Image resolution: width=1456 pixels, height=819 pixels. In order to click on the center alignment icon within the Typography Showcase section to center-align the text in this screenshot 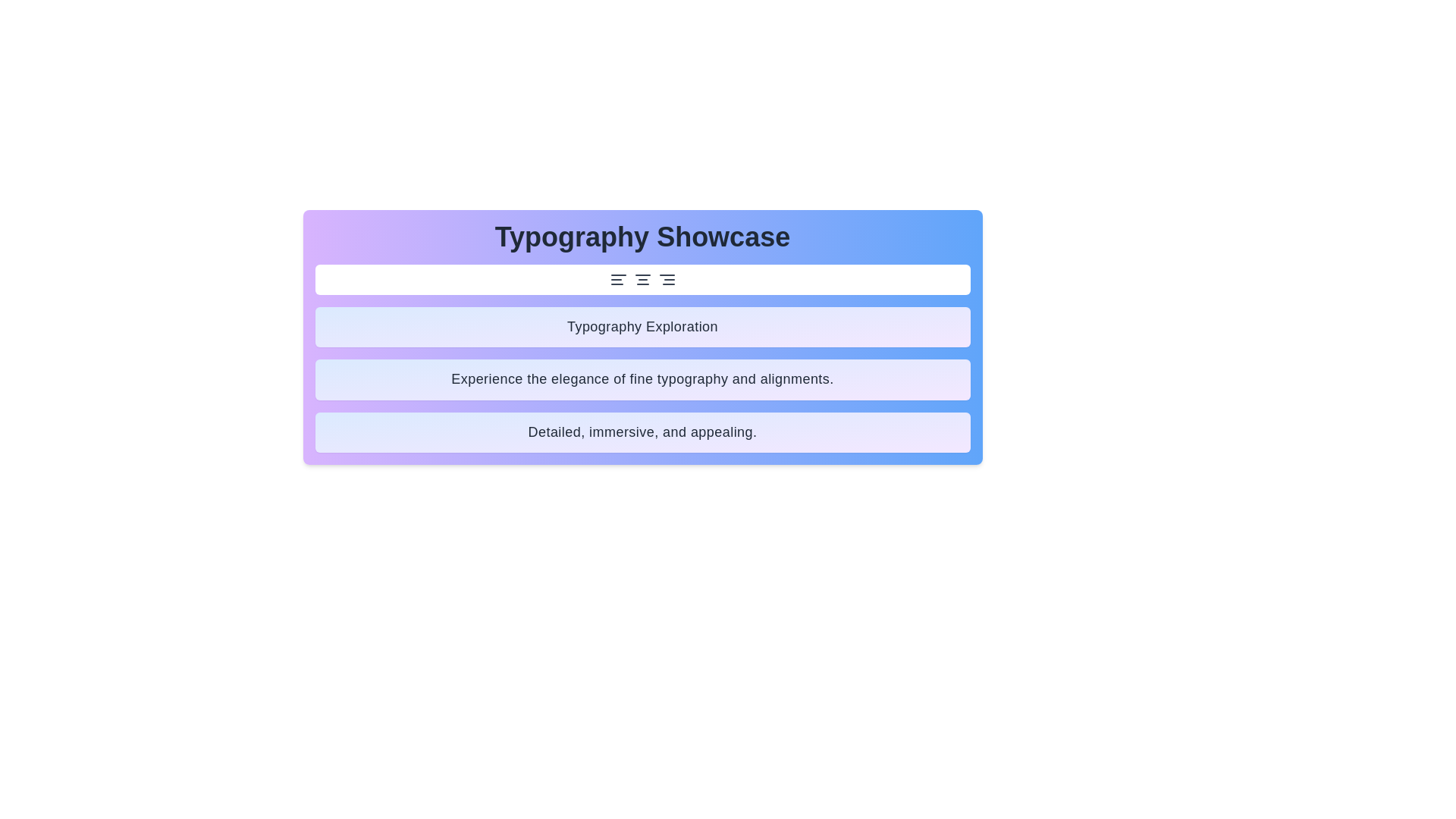, I will do `click(642, 280)`.